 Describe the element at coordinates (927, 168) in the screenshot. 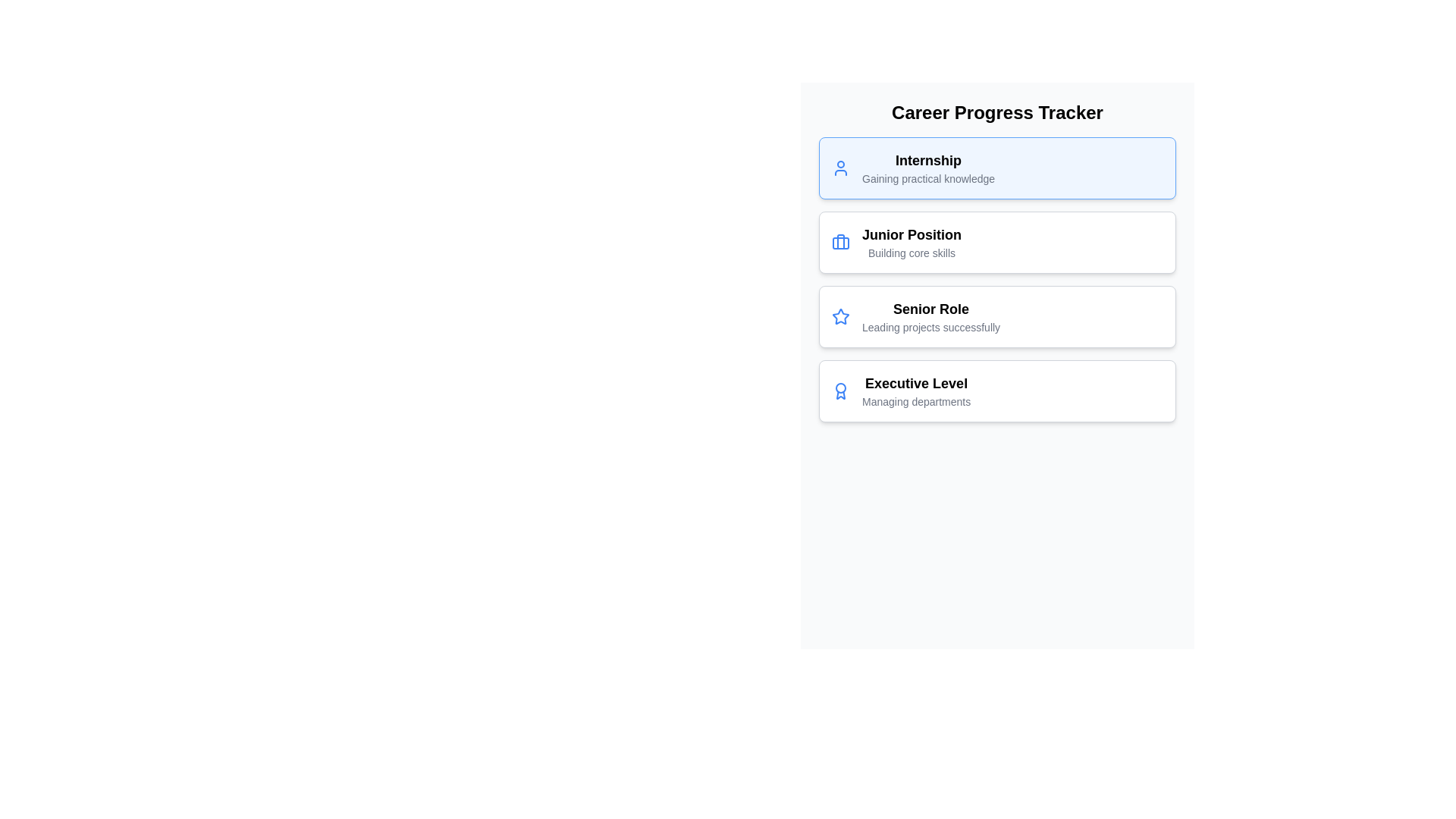

I see `informative text description within the first card labeled 'Internship' in the list of career progression steps` at that location.